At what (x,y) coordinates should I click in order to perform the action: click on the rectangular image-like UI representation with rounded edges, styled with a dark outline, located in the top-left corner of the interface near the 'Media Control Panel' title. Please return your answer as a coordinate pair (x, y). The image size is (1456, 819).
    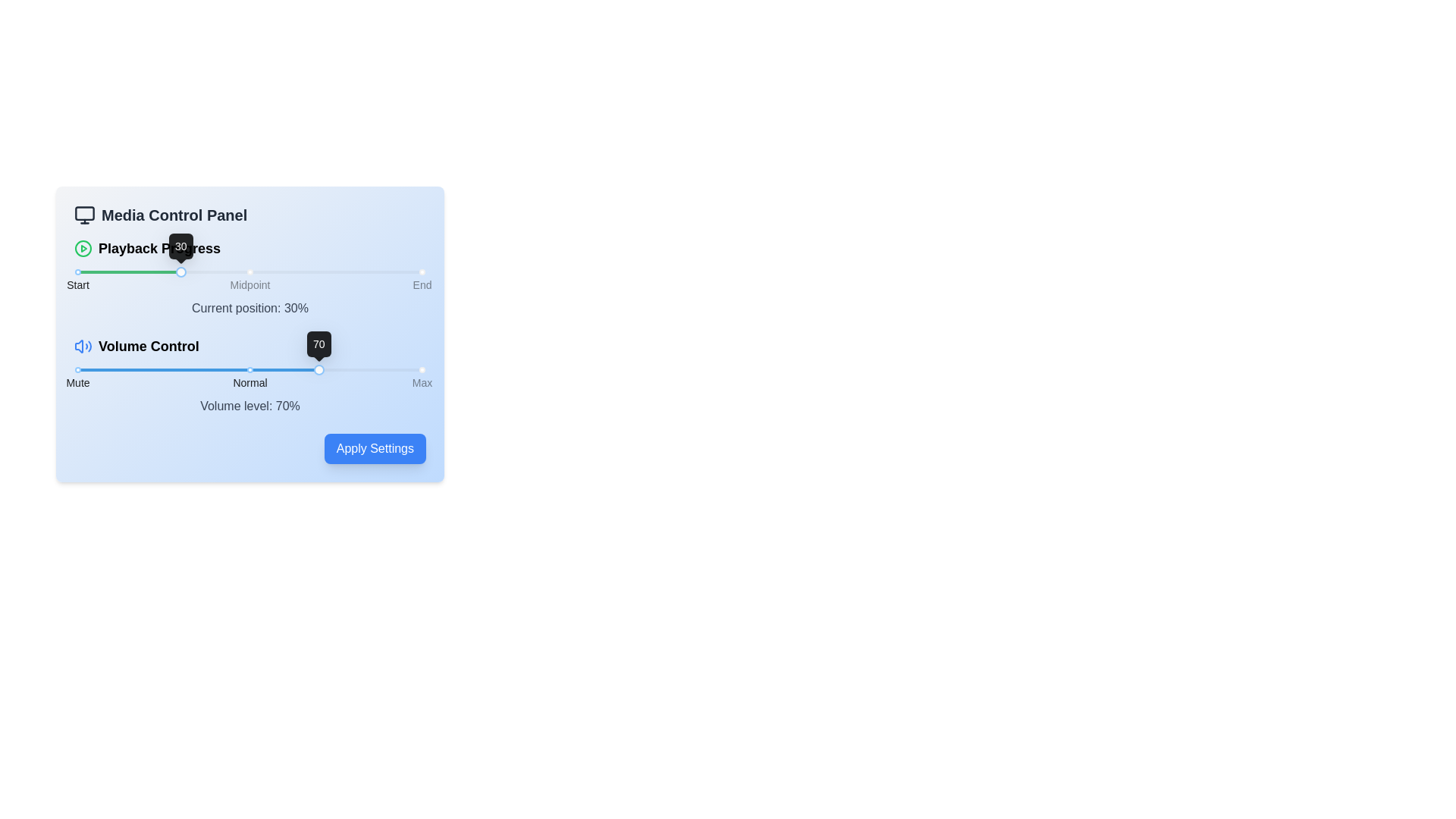
    Looking at the image, I should click on (83, 213).